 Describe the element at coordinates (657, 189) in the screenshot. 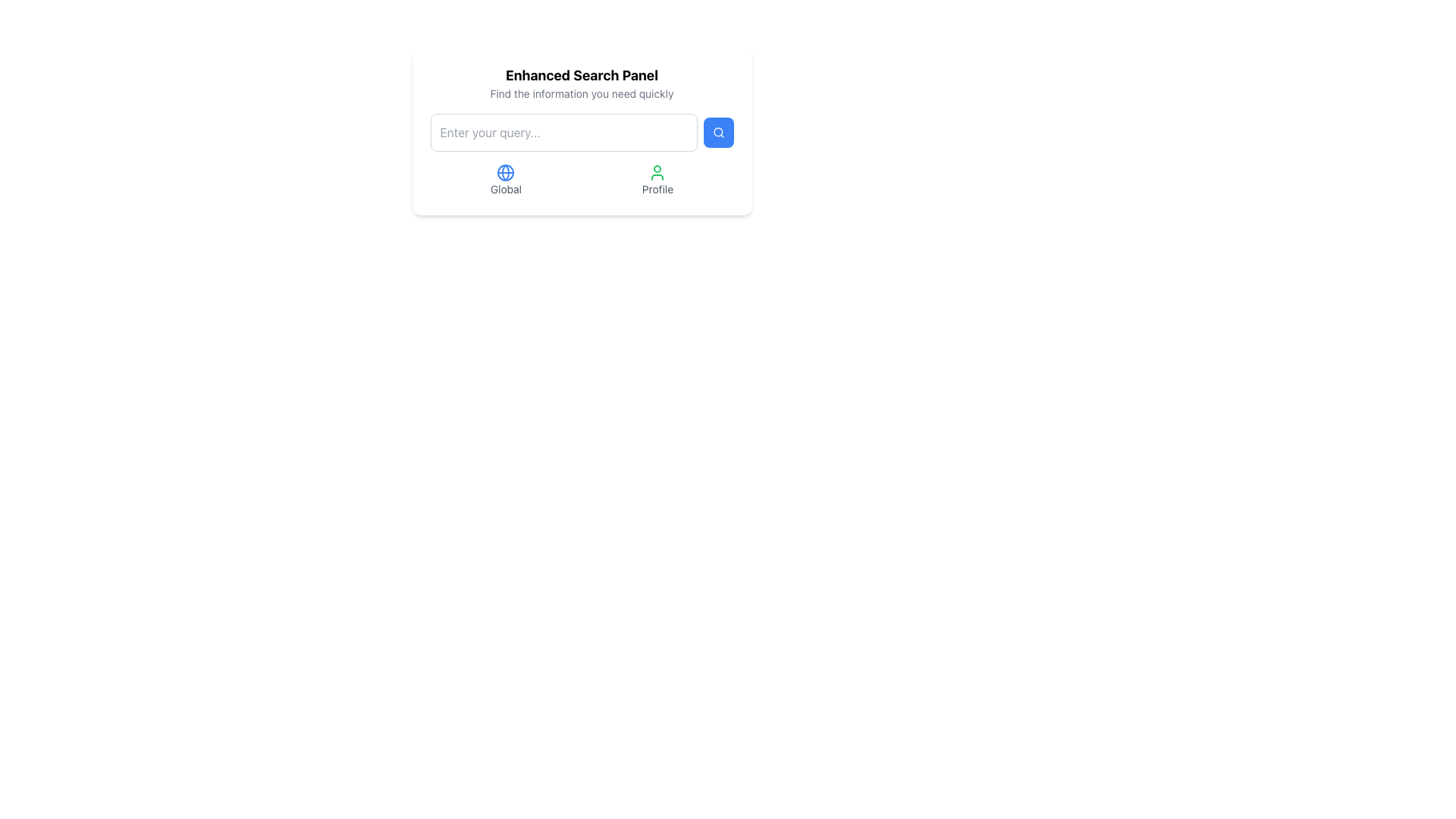

I see `the Static Text Label displaying 'Profile' which is styled with a small font size and gray color, located below a user profile icon` at that location.